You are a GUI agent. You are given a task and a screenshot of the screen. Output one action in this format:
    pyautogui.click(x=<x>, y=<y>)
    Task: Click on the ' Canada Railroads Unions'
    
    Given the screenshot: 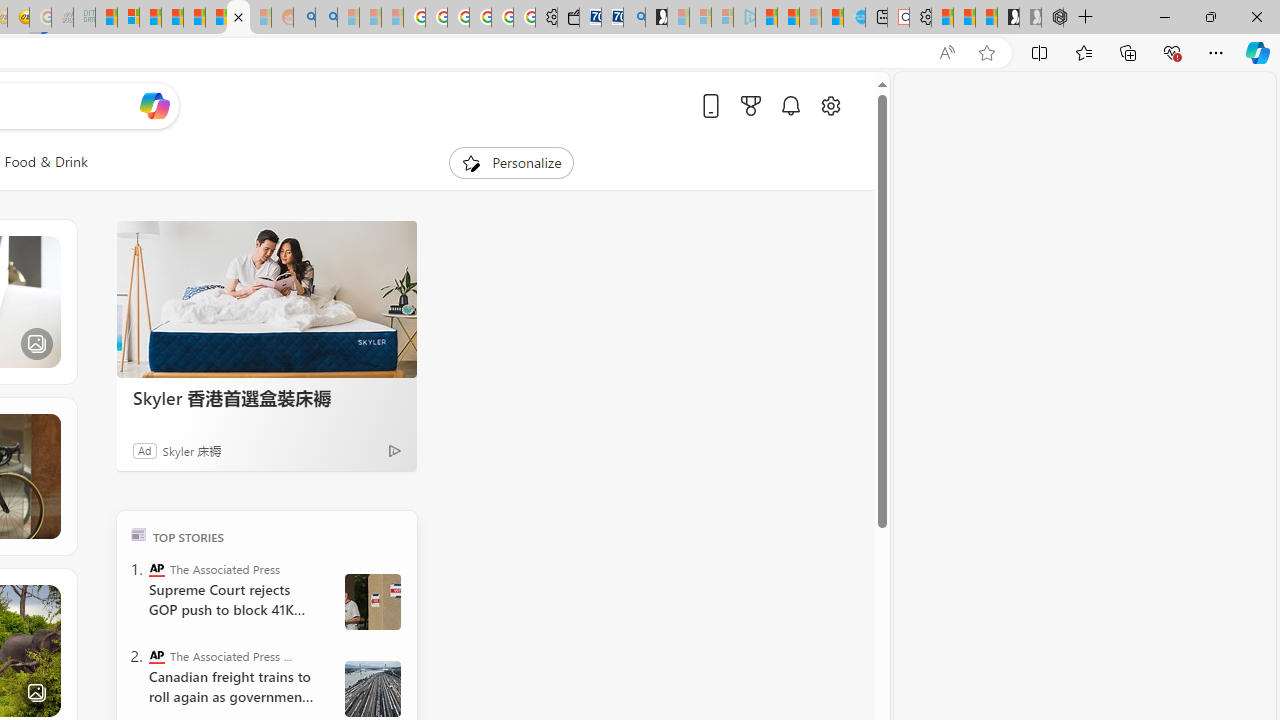 What is the action you would take?
    pyautogui.click(x=373, y=688)
    